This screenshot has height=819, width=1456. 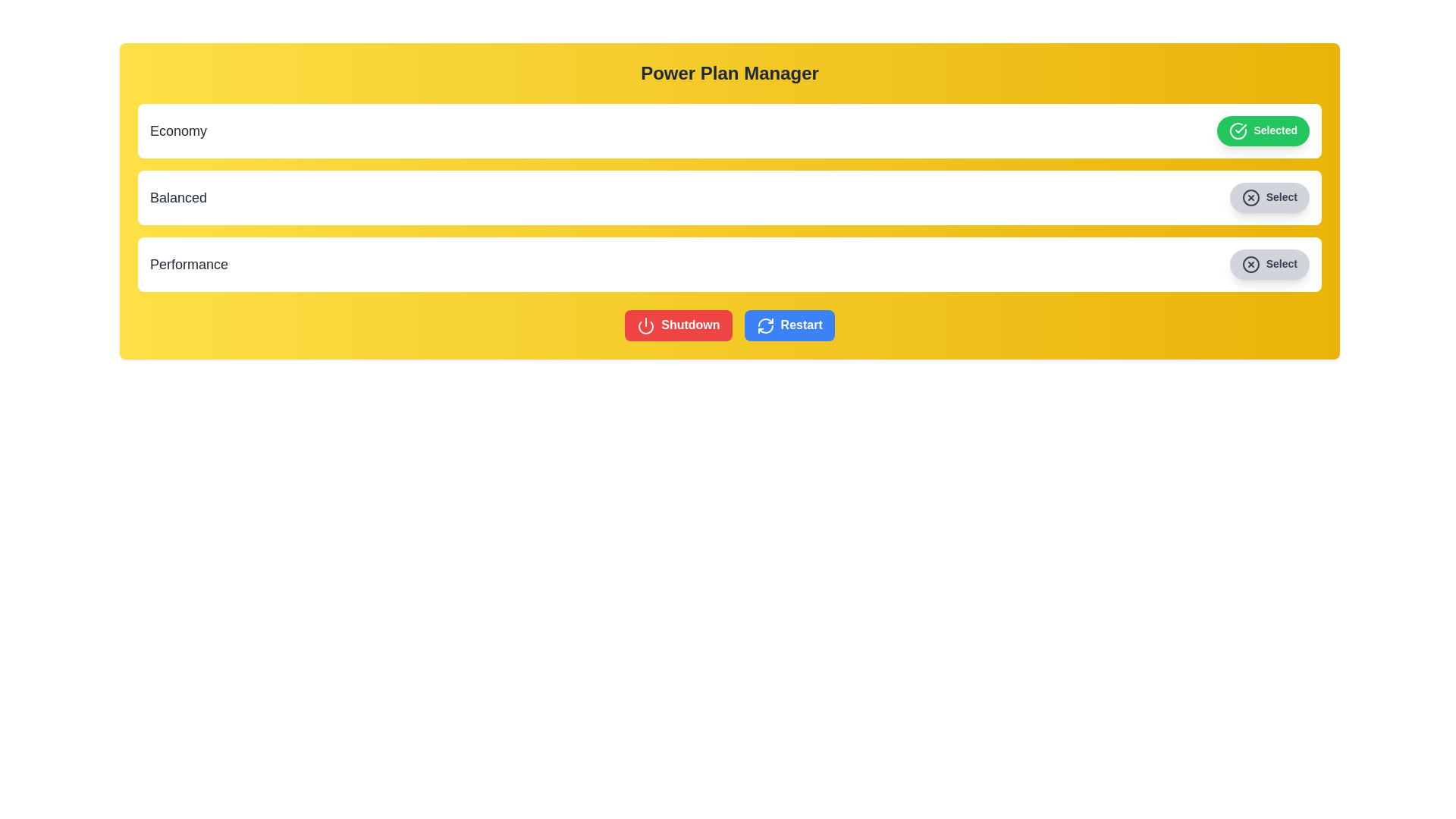 I want to click on the 'Restart' button, so click(x=789, y=324).